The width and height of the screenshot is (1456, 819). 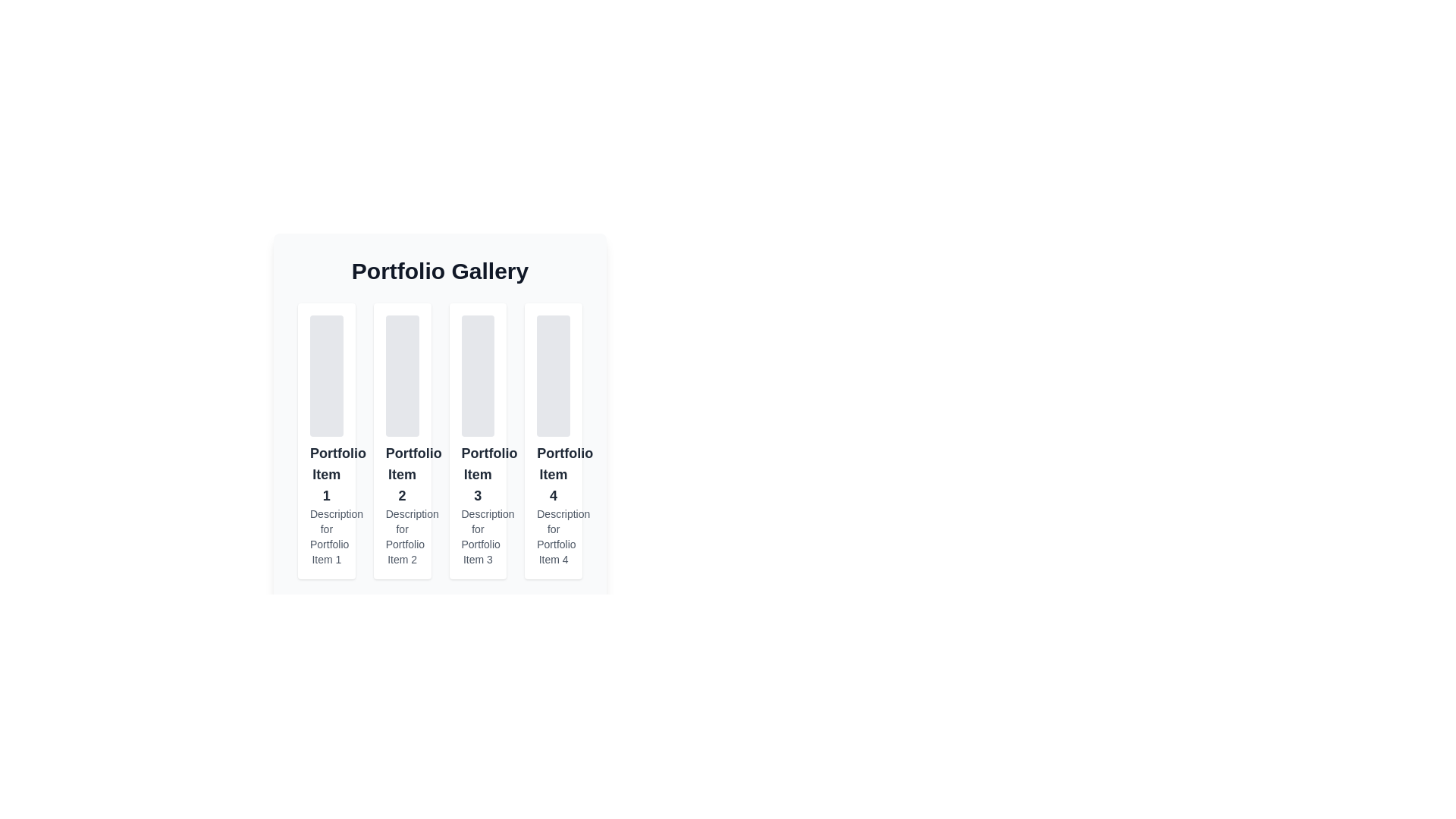 What do you see at coordinates (402, 375) in the screenshot?
I see `the visual placeholder for media or content associated with the card titled 'Portfolio Item 2', located at the top portion of the second card in a four-card grid` at bounding box center [402, 375].